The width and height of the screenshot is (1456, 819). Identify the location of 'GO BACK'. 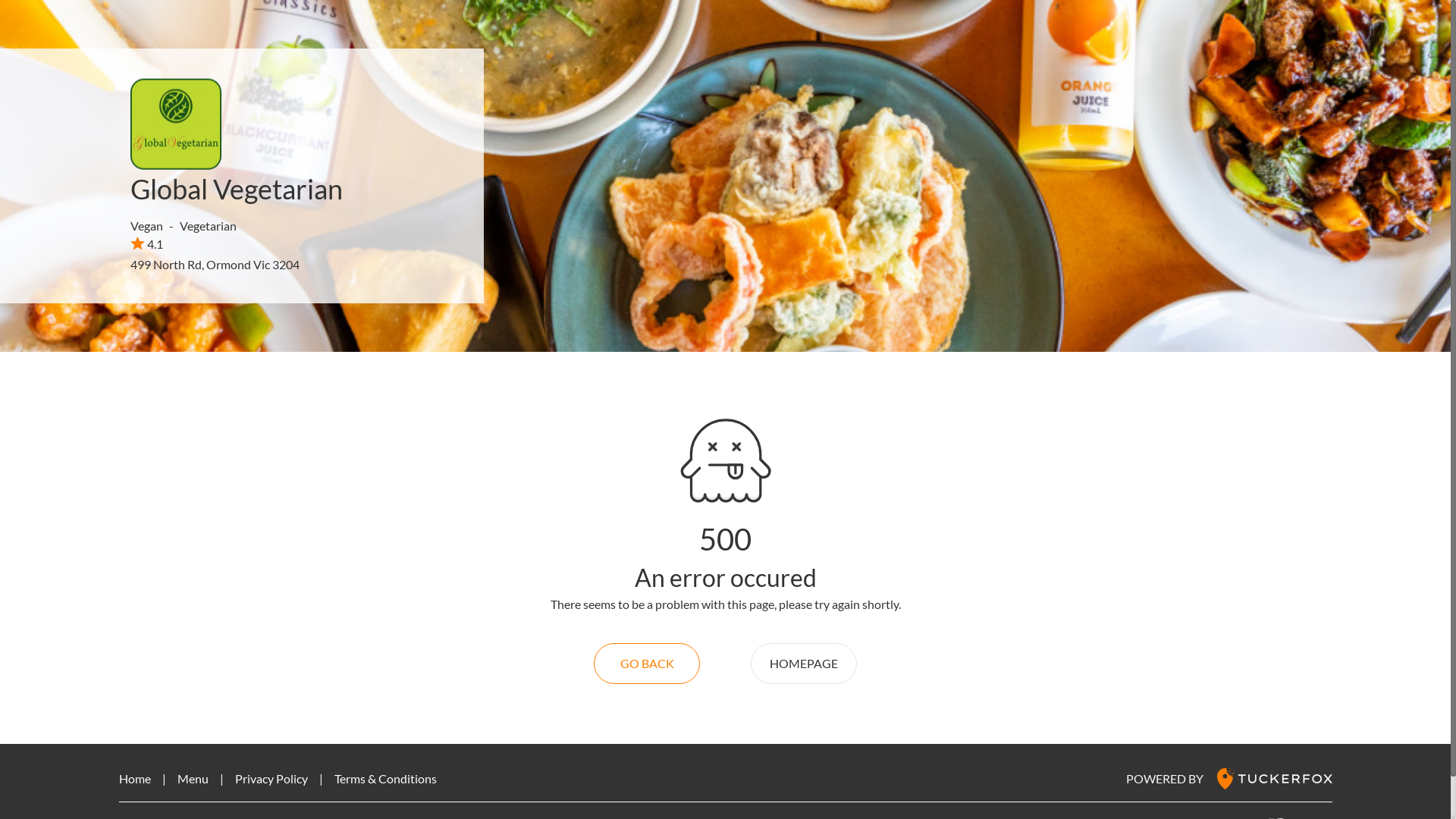
(647, 663).